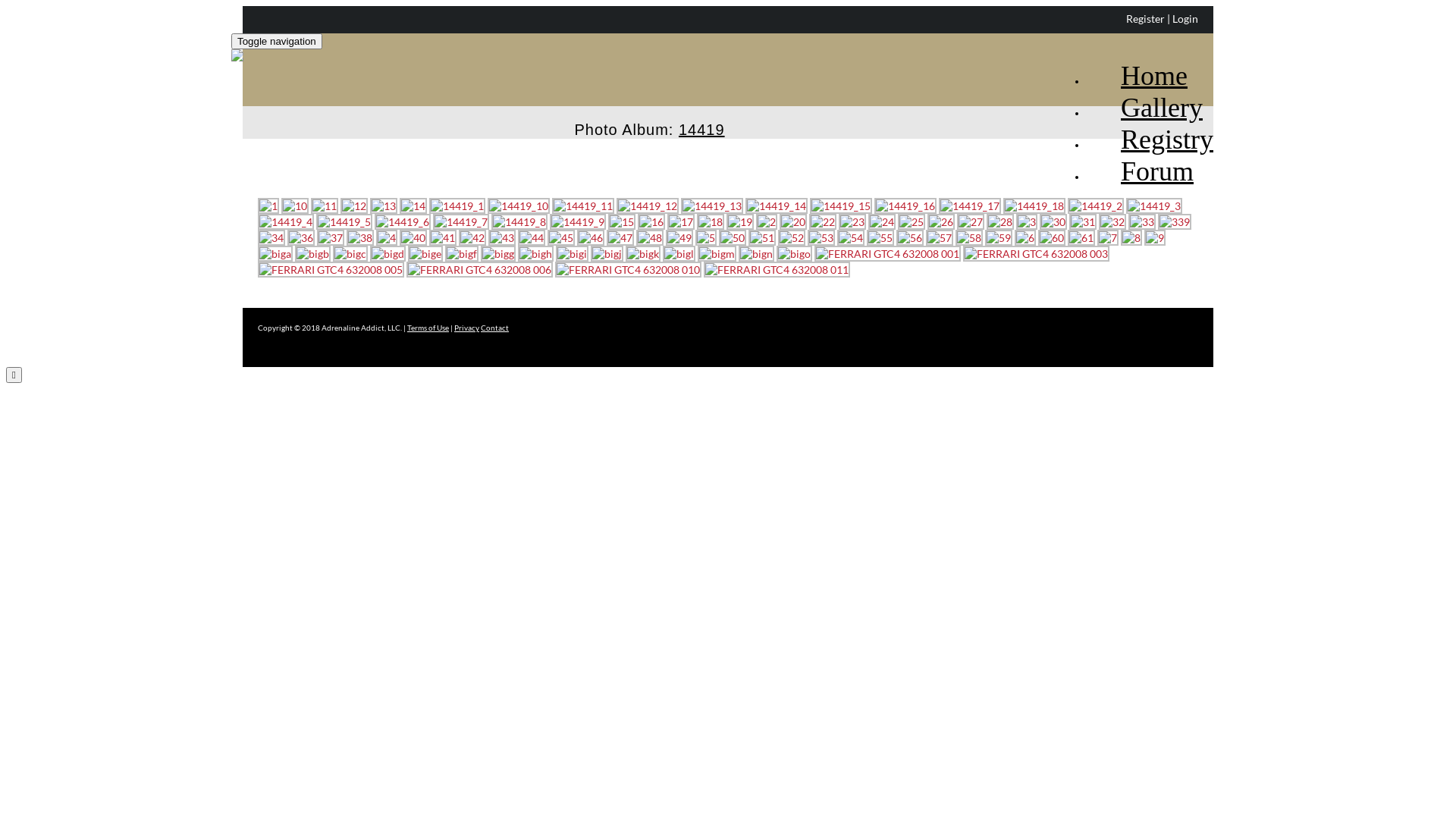 The width and height of the screenshot is (1456, 819). I want to click on '14419_17 (click to enlarge)', so click(968, 206).